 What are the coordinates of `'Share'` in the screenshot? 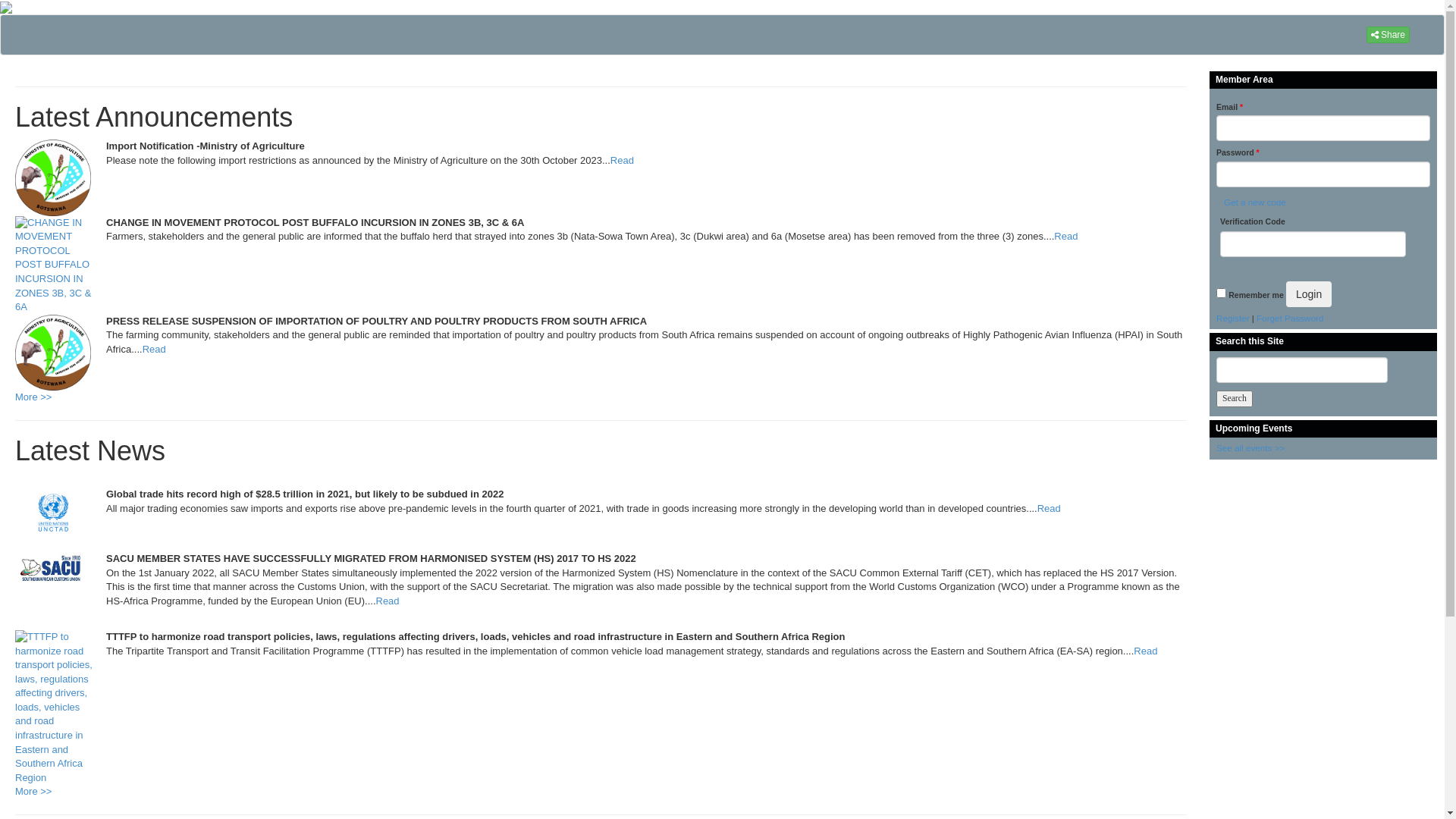 It's located at (1388, 34).